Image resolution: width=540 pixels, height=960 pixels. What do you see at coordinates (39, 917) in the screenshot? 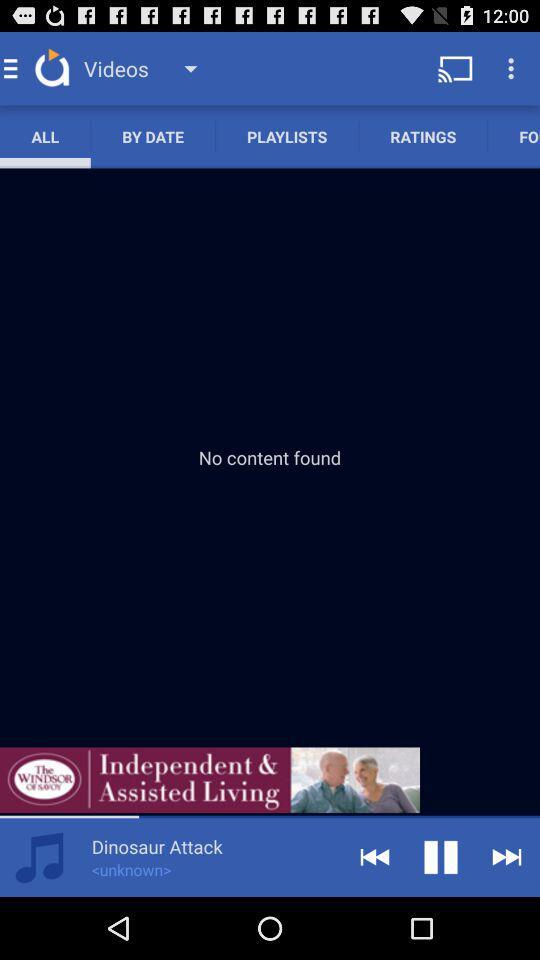
I see `the music icon` at bounding box center [39, 917].